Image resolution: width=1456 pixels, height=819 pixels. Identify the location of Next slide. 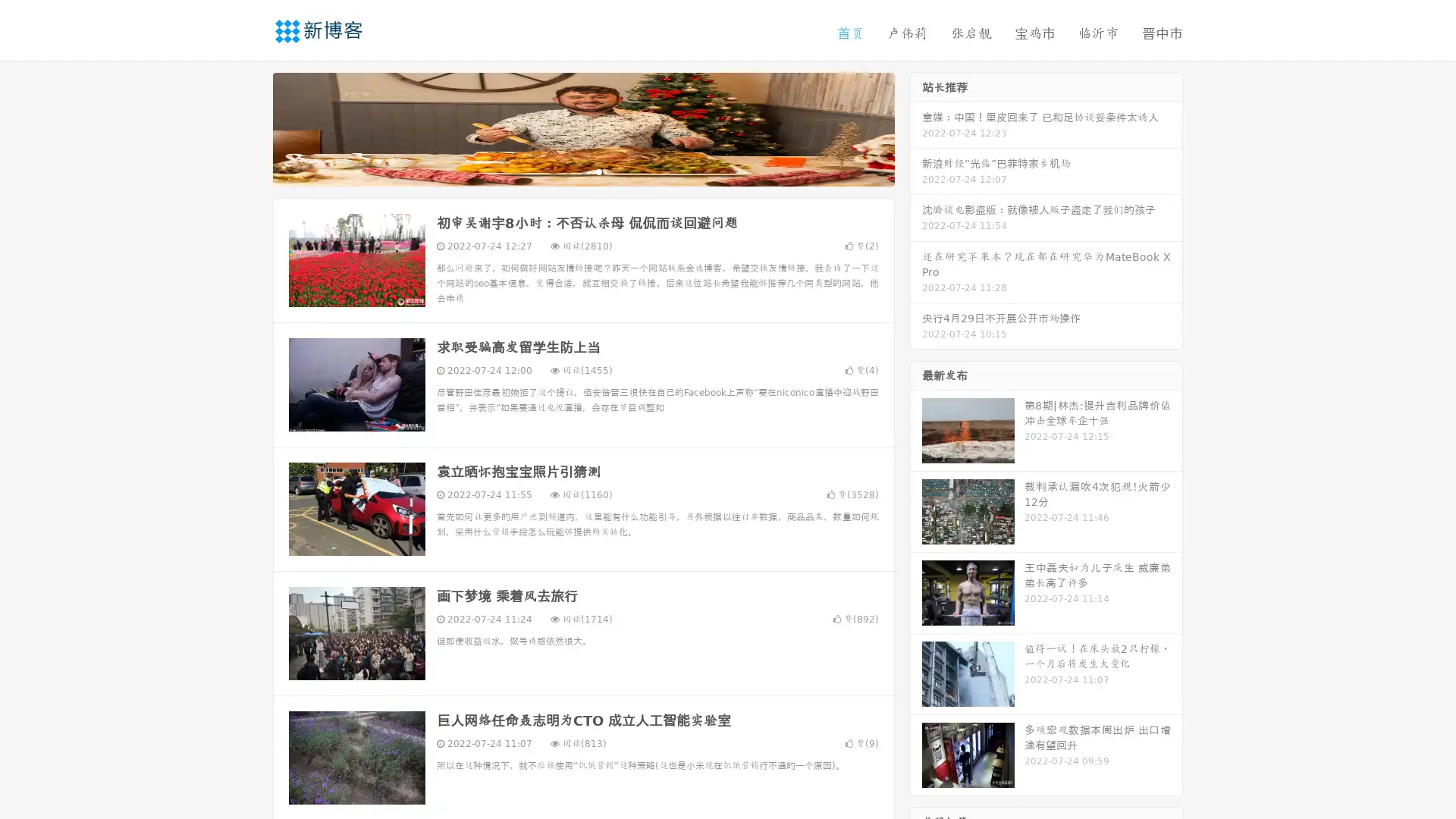
(916, 127).